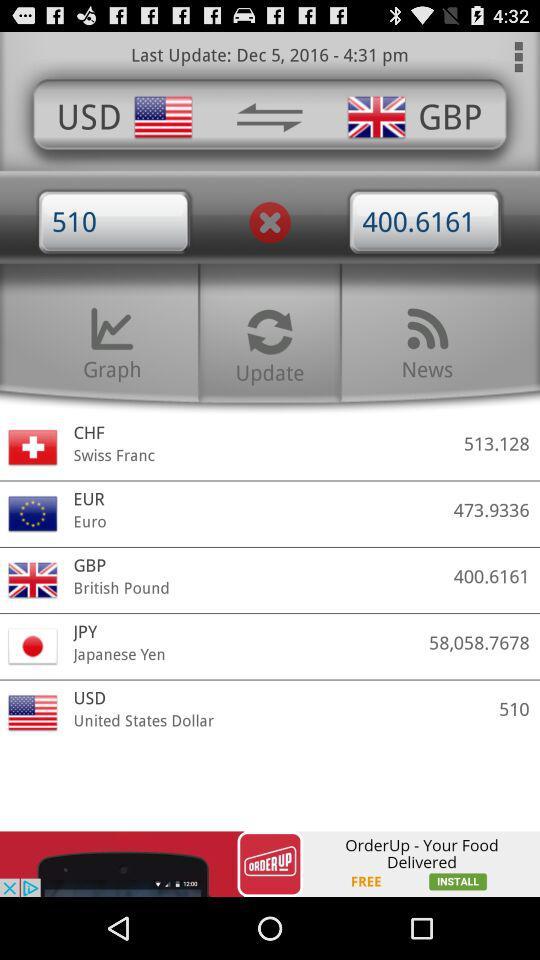 The image size is (540, 960). I want to click on exit option, so click(270, 222).